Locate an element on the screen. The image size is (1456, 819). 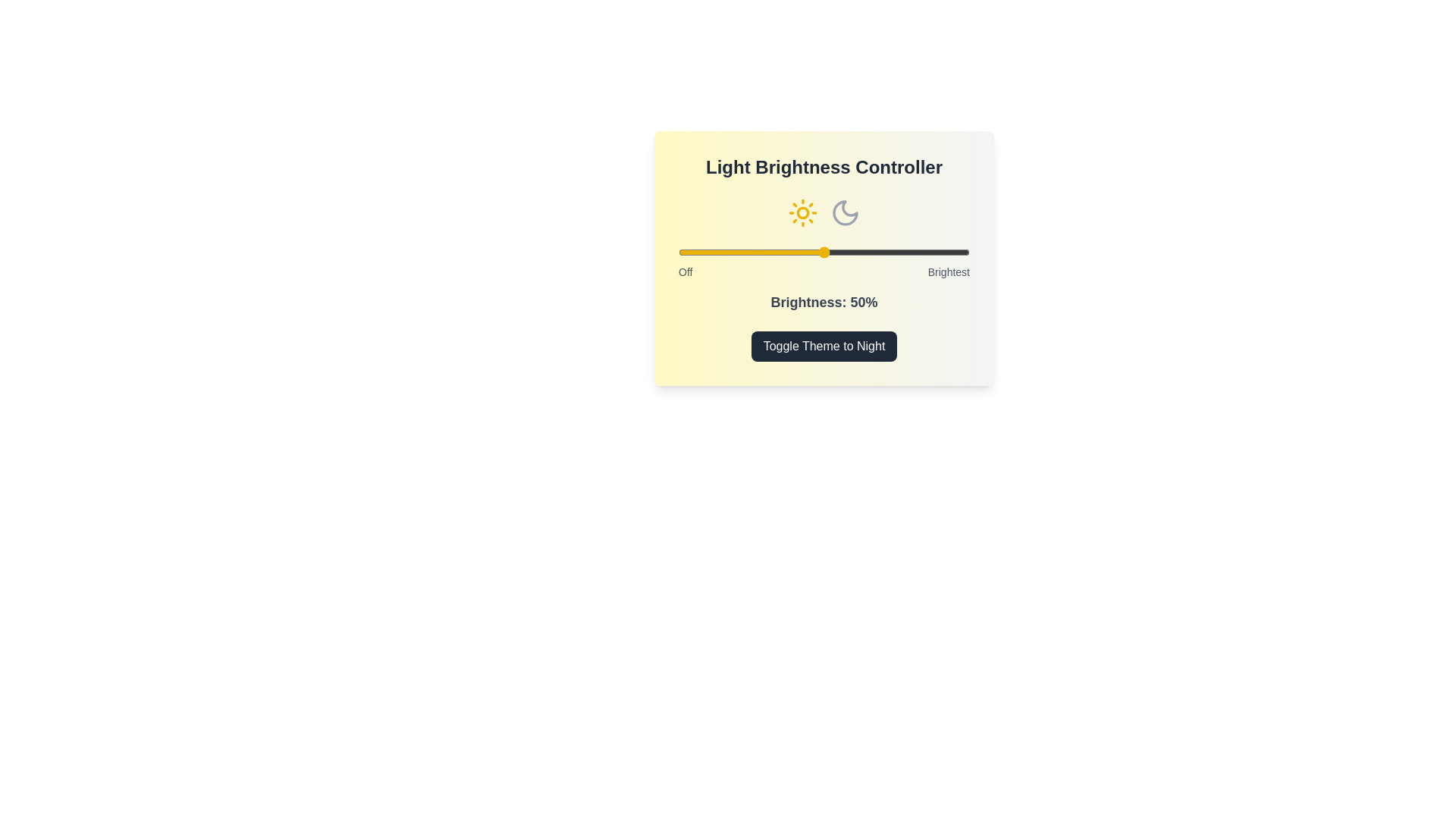
the slider to set the brightness to 92% is located at coordinates (946, 251).